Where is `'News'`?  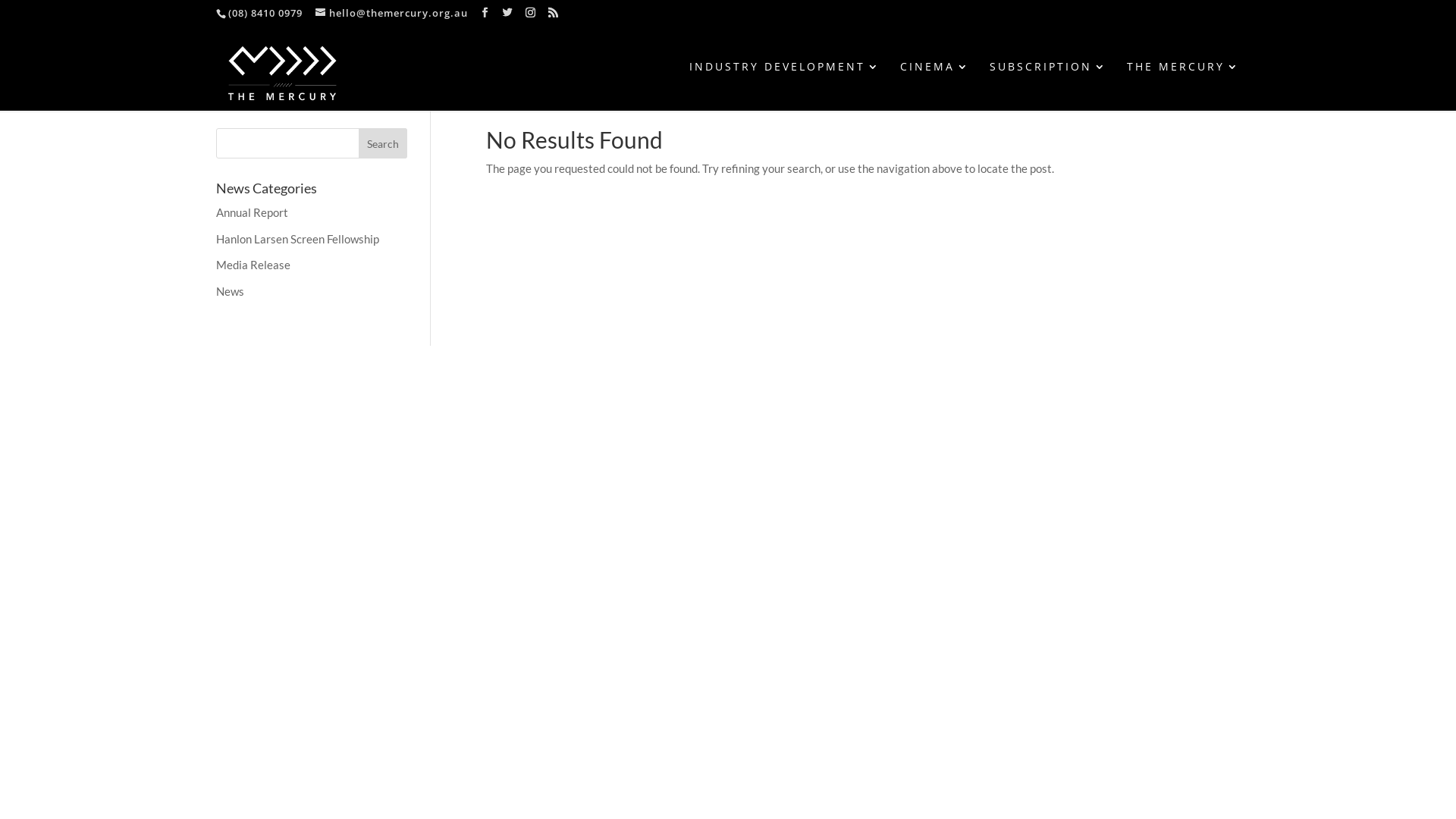
'News' is located at coordinates (229, 290).